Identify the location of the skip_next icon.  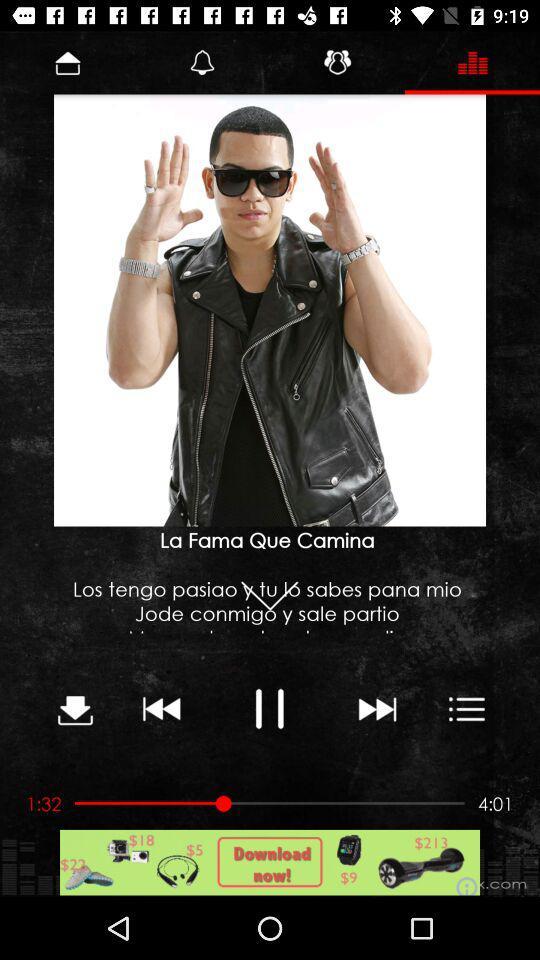
(376, 708).